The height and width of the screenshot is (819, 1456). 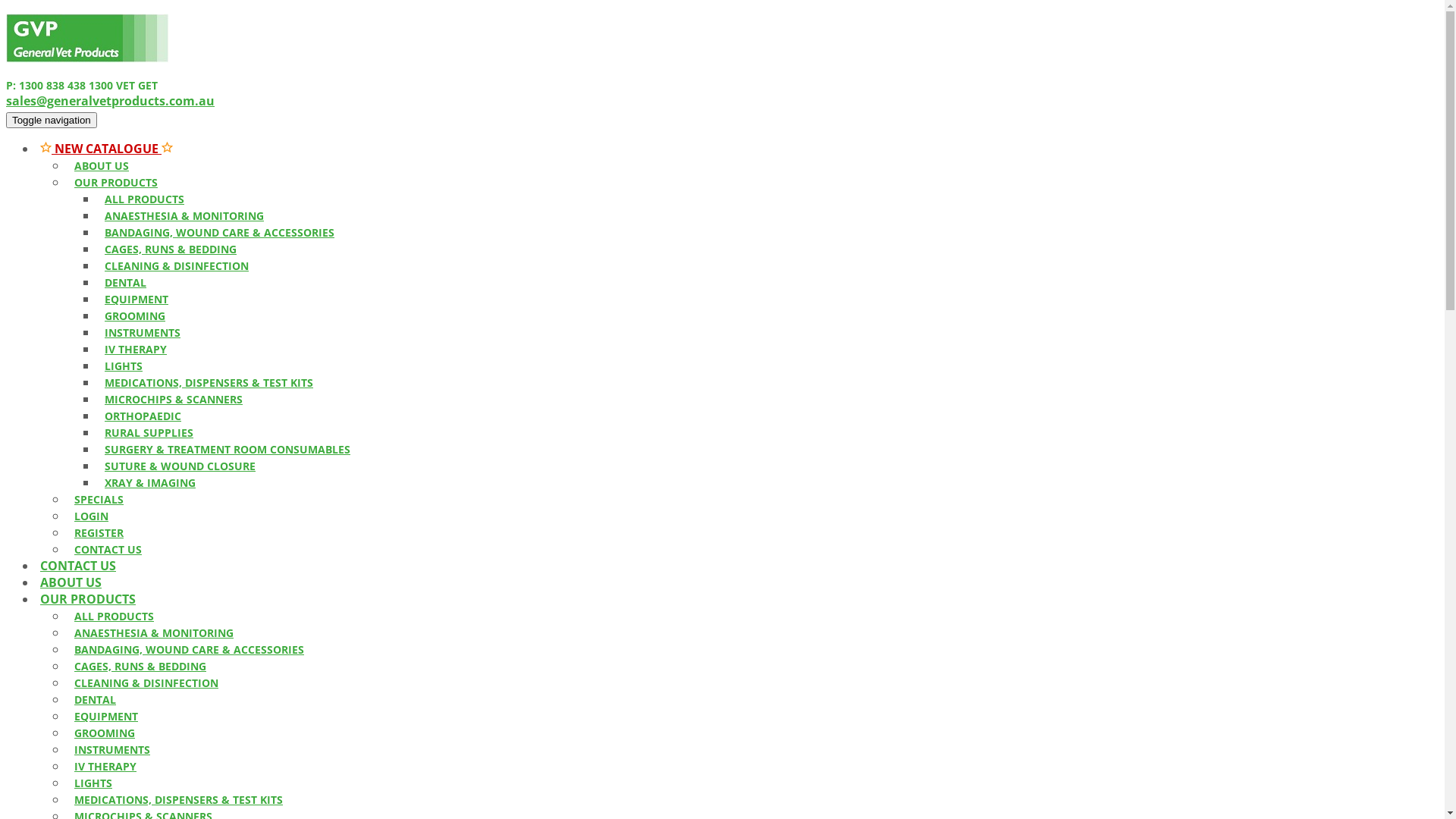 I want to click on 'MICROCHIPS & SCANNERS', so click(x=174, y=398).